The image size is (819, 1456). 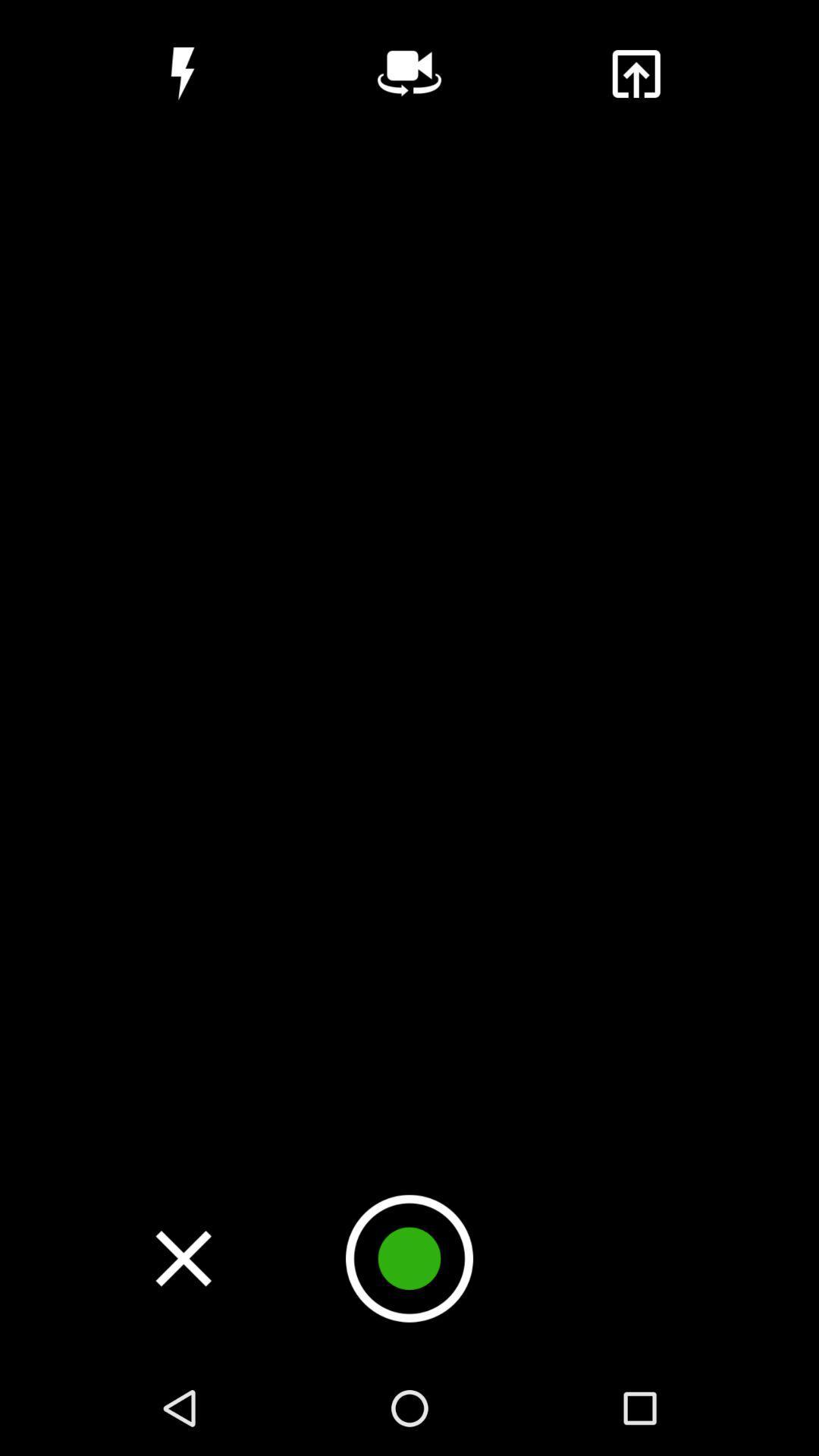 I want to click on the item at the top, so click(x=409, y=73).